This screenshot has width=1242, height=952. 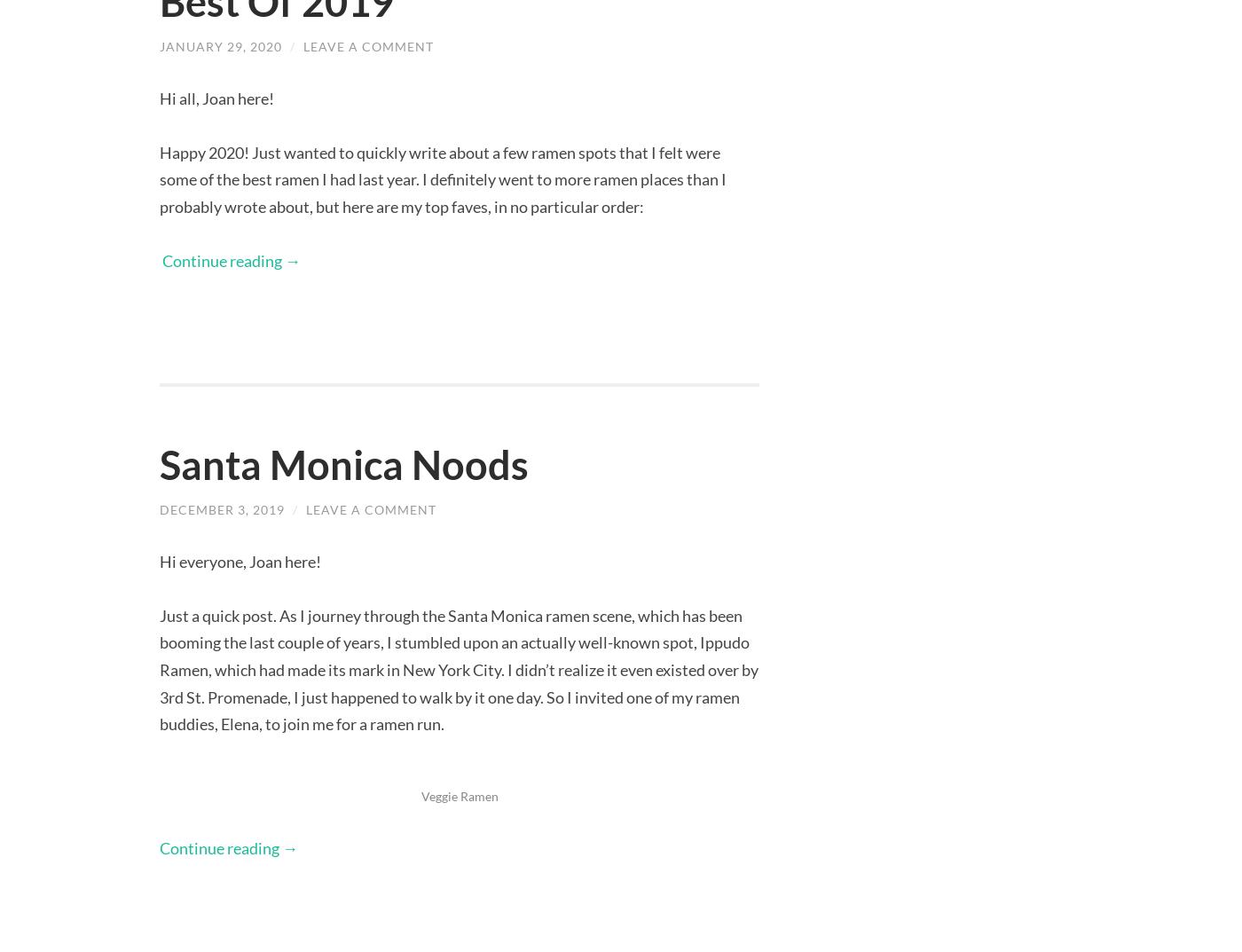 What do you see at coordinates (240, 559) in the screenshot?
I see `'Hi everyone, Joan here!'` at bounding box center [240, 559].